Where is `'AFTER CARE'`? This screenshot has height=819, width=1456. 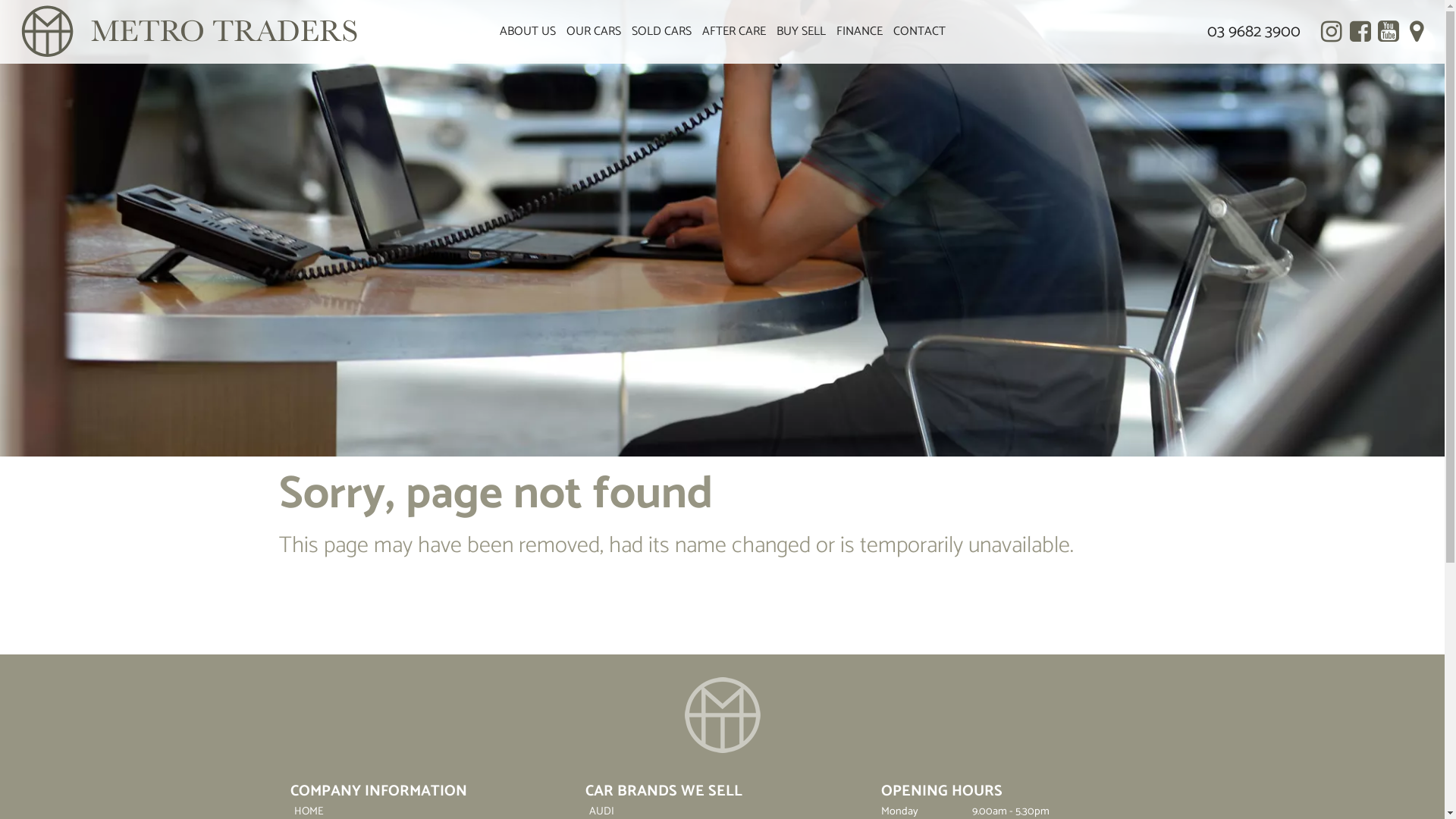 'AFTER CARE' is located at coordinates (695, 32).